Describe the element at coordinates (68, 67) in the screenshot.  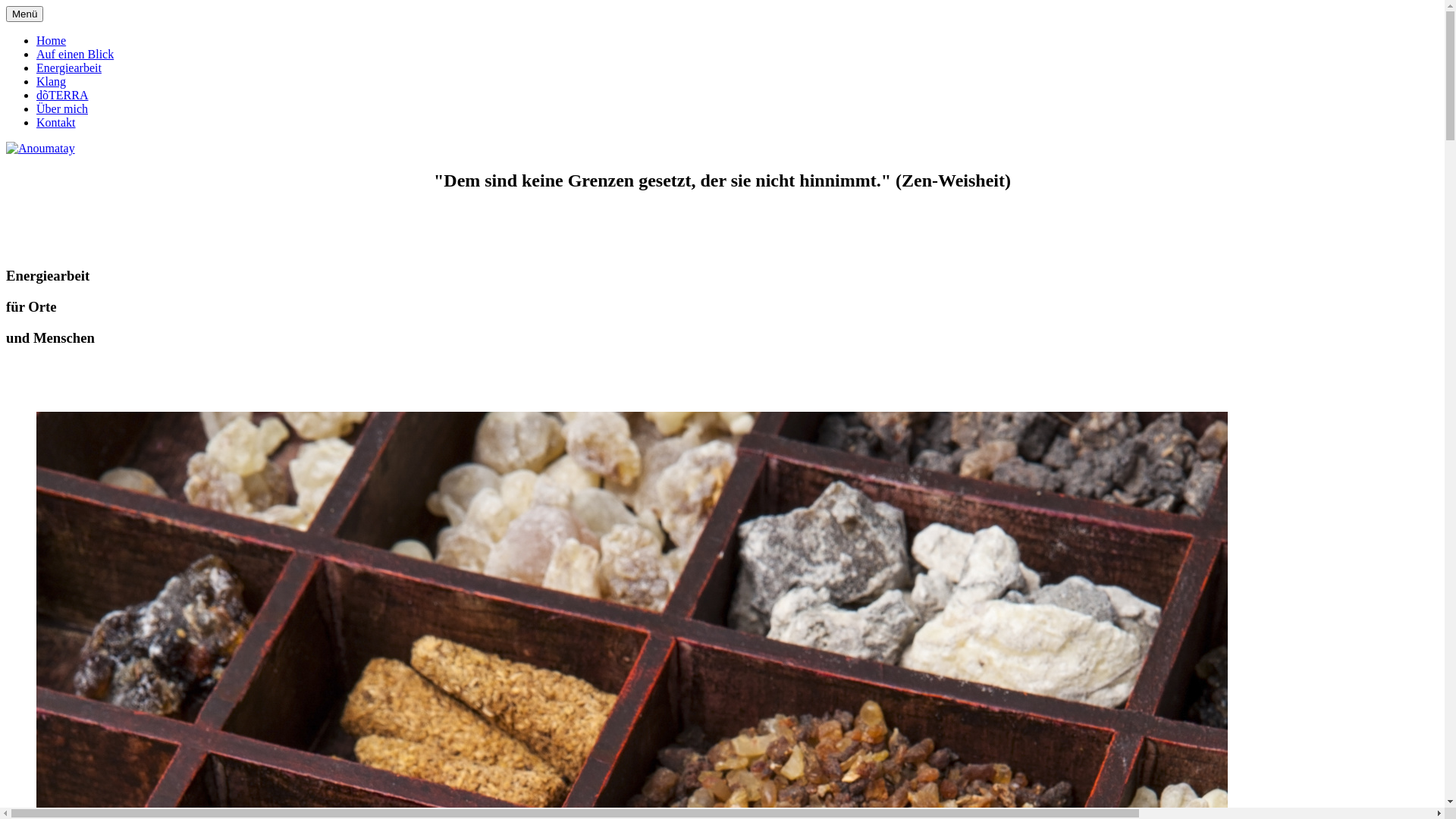
I see `'Energiearbeit'` at that location.